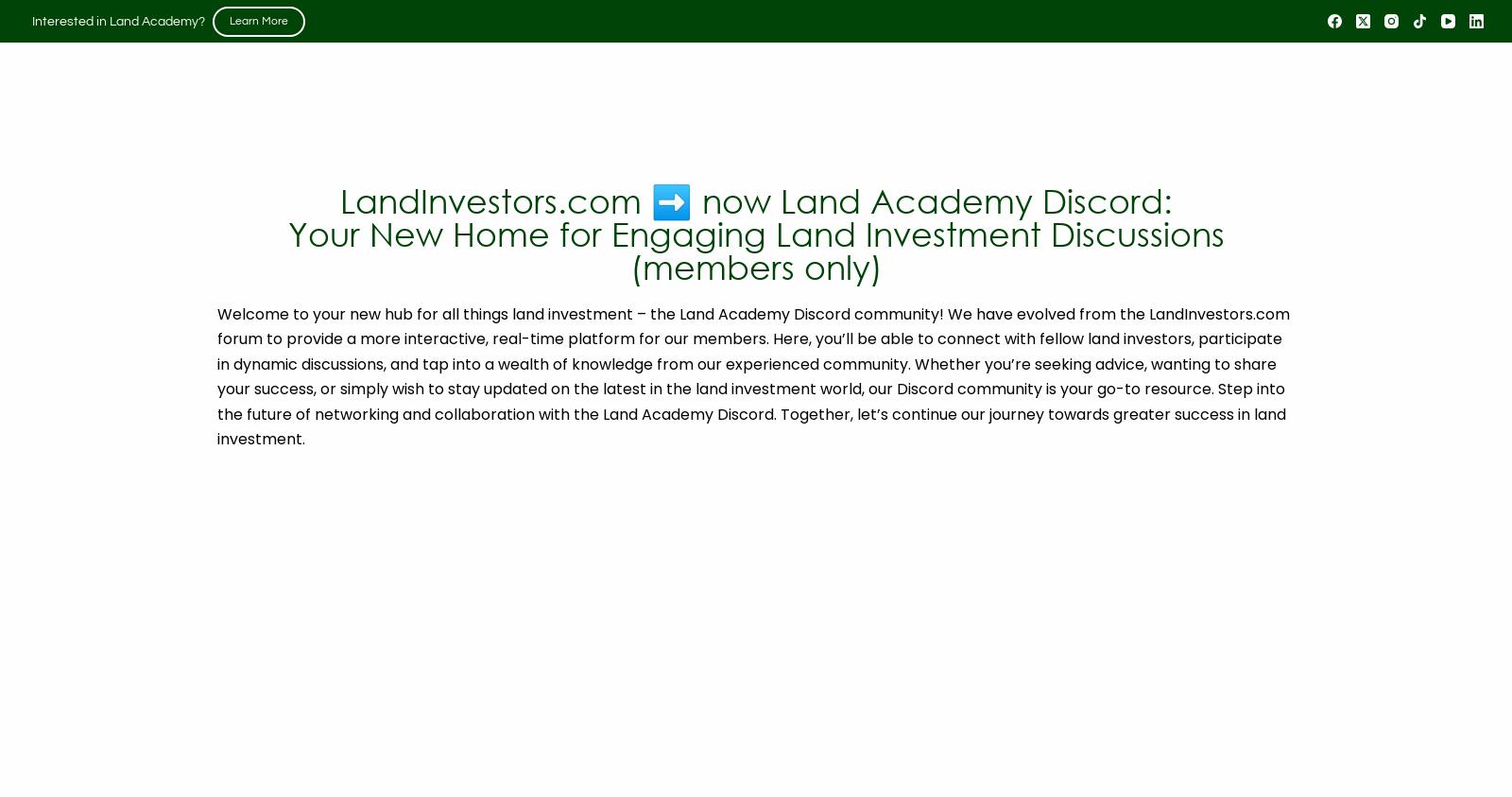 This screenshot has height=797, width=1512. I want to click on 'Newsletter', so click(1220, 132).